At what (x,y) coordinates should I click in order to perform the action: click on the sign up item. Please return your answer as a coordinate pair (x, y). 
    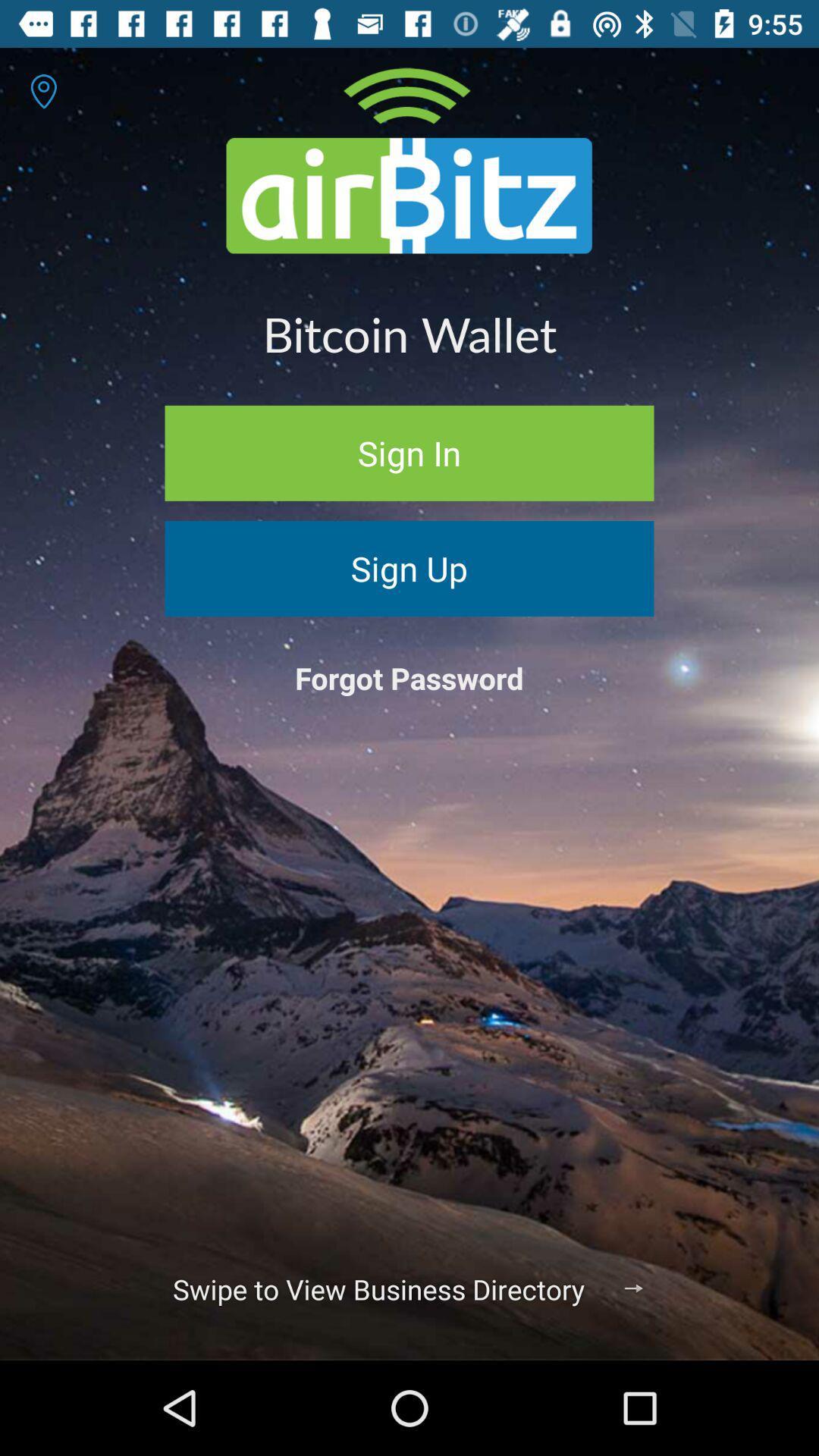
    Looking at the image, I should click on (409, 567).